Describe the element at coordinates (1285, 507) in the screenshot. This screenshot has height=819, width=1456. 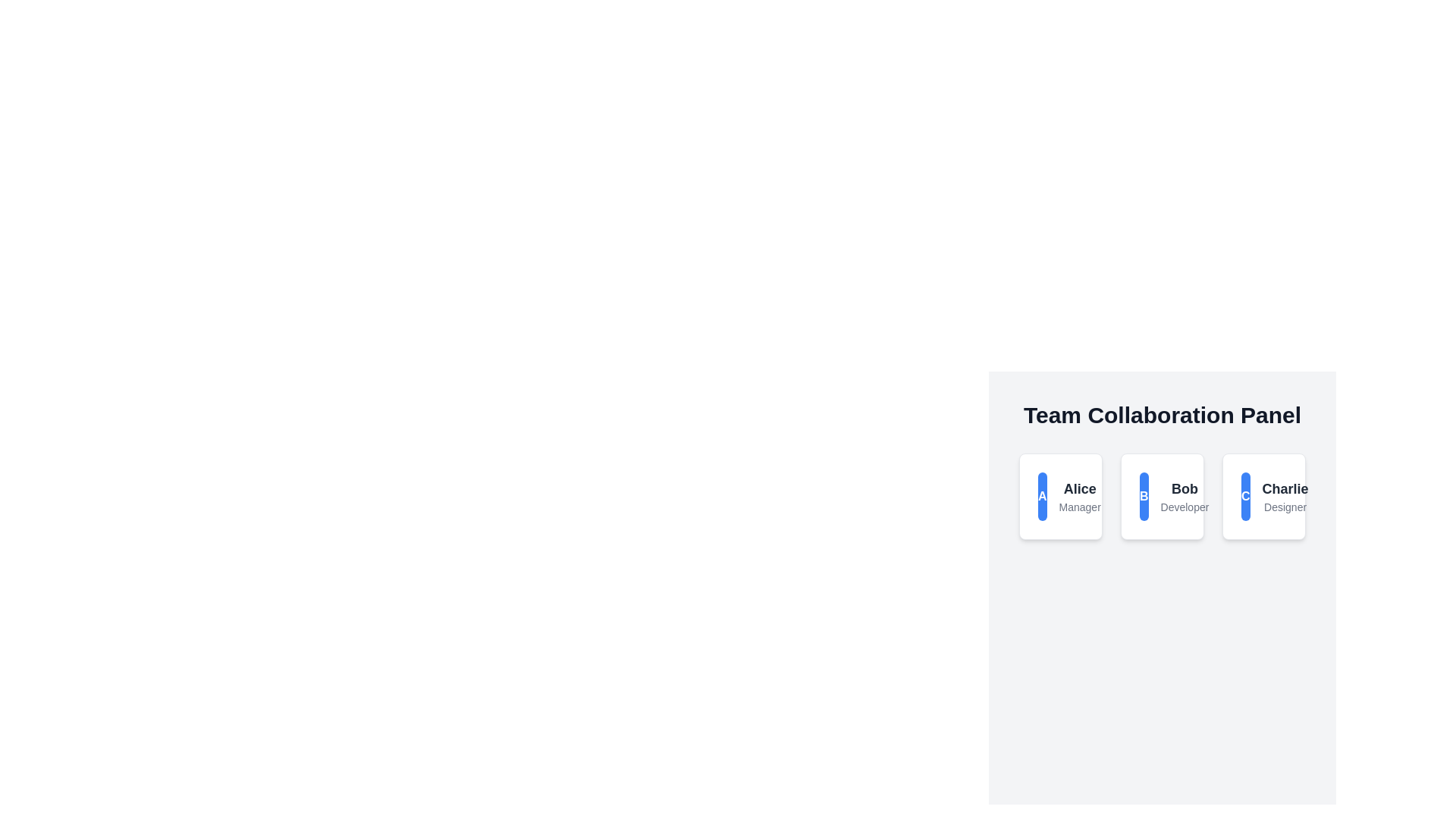
I see `text content of the label indicating the role or designation of 'Charlie' in the team collaboration panel, located under the card labeled 'Charlie'` at that location.